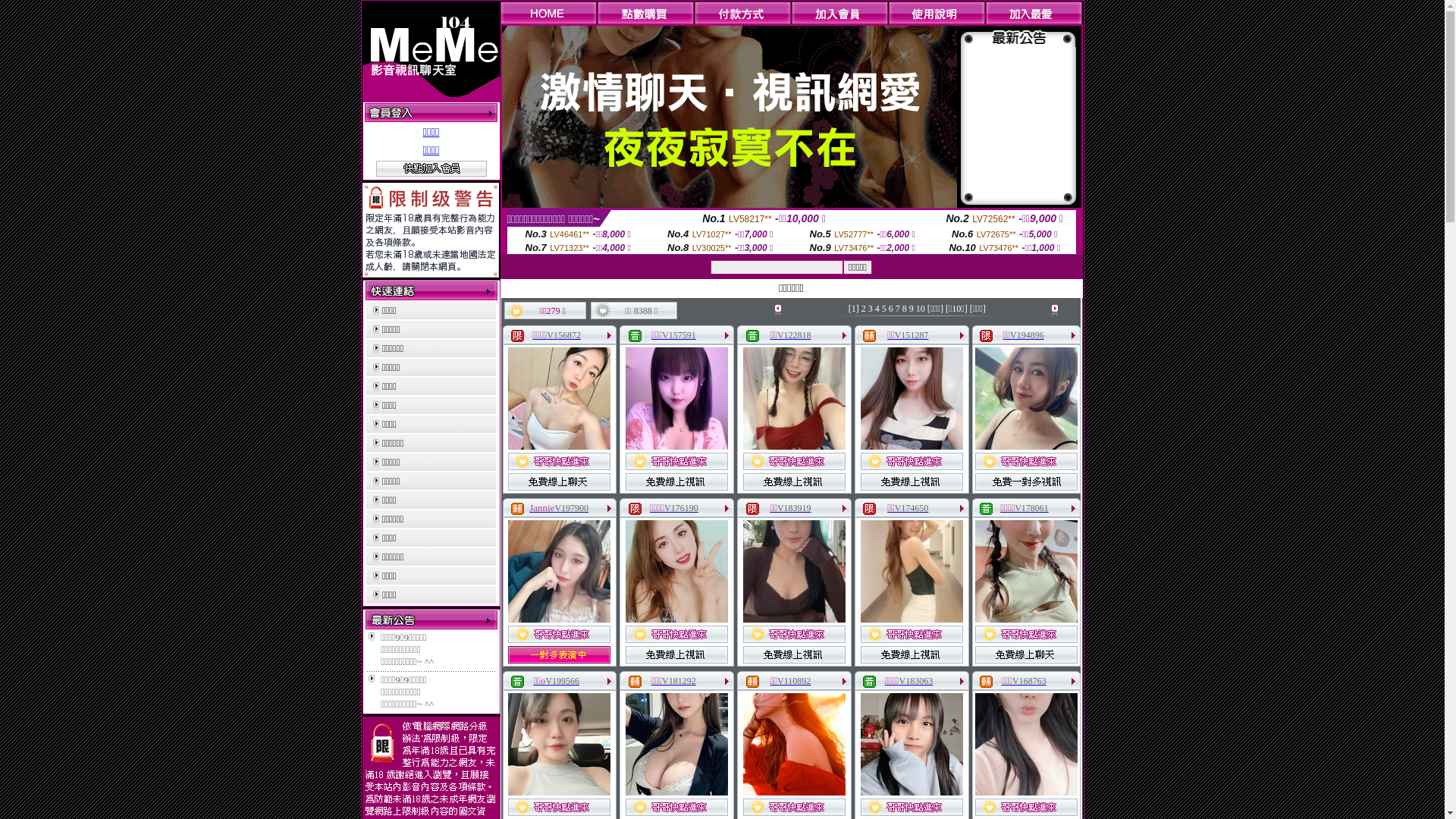 Image resolution: width=1456 pixels, height=819 pixels. I want to click on 'V194896', so click(1027, 334).